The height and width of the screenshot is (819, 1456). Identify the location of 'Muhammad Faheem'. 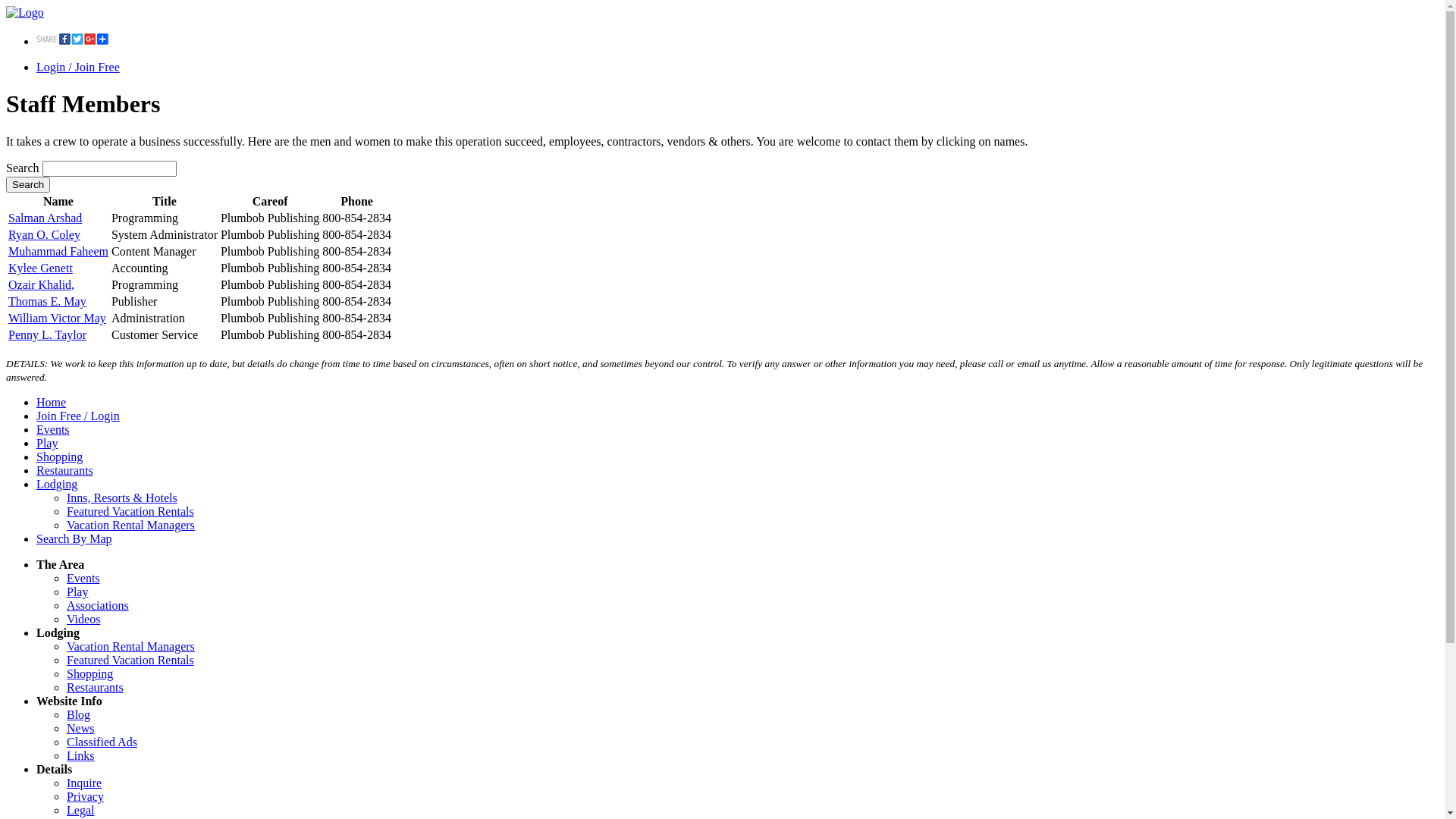
(58, 250).